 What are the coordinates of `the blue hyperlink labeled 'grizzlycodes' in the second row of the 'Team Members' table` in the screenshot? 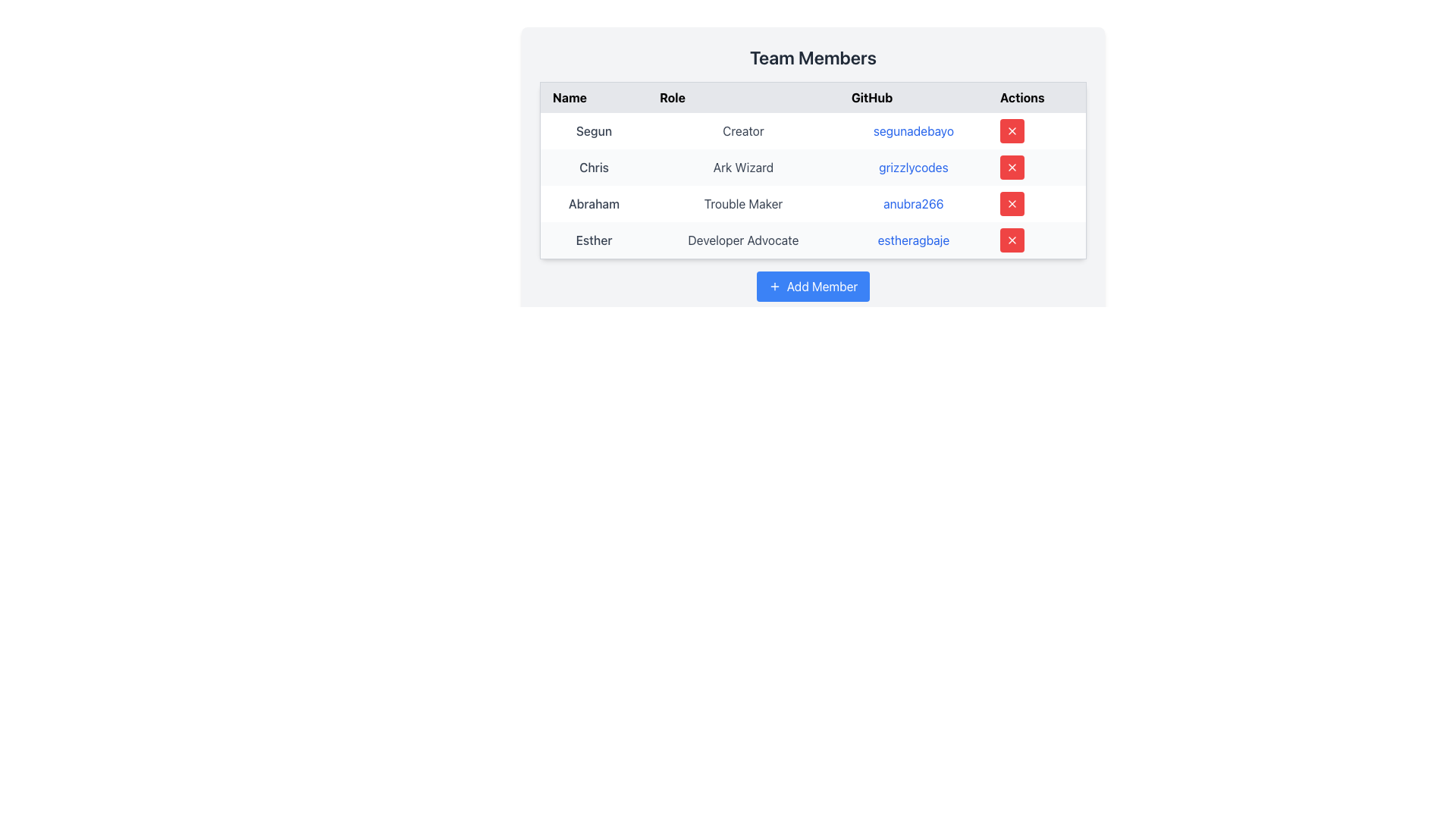 It's located at (812, 167).